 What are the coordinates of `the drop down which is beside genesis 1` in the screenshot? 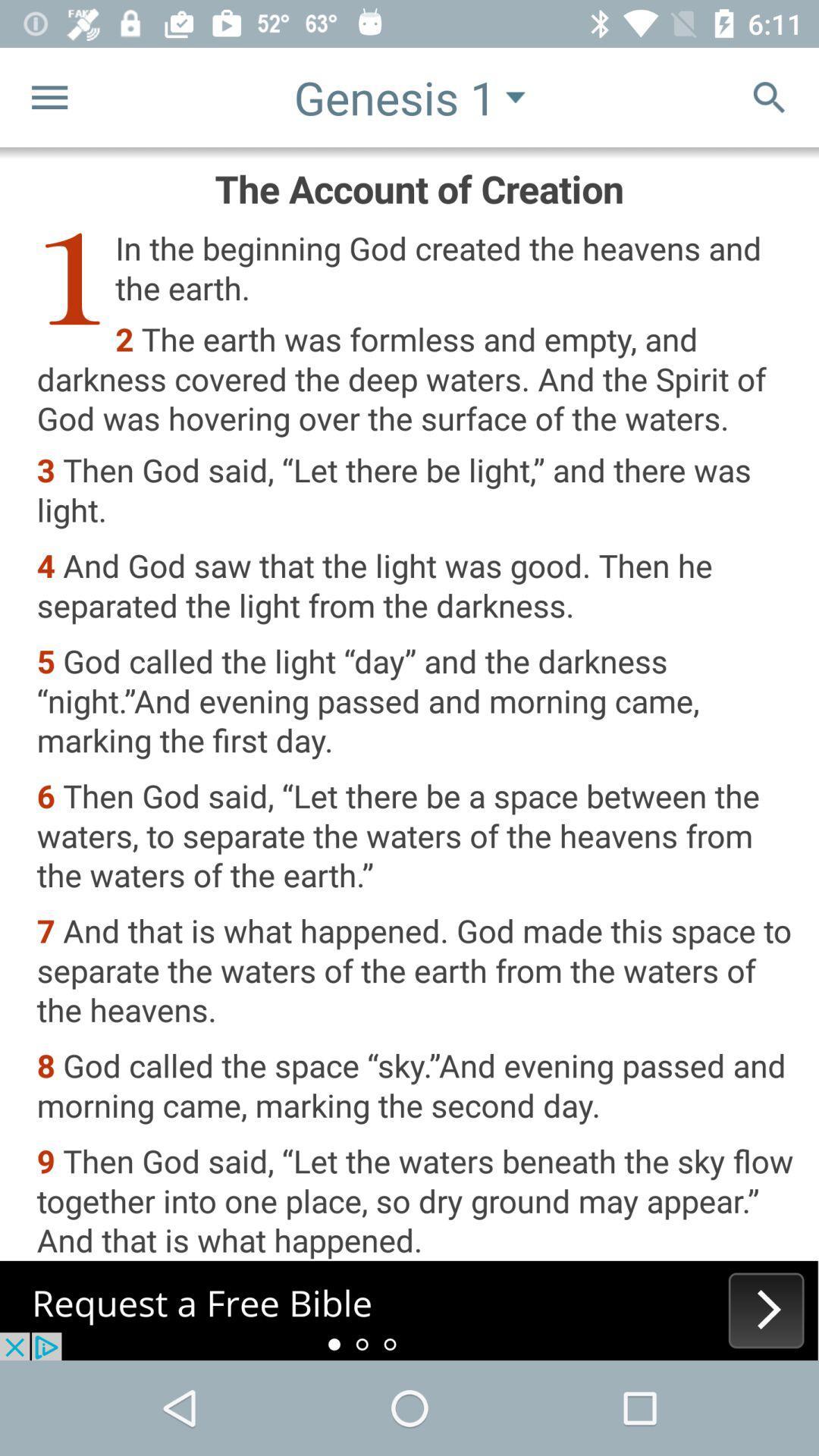 It's located at (514, 97).